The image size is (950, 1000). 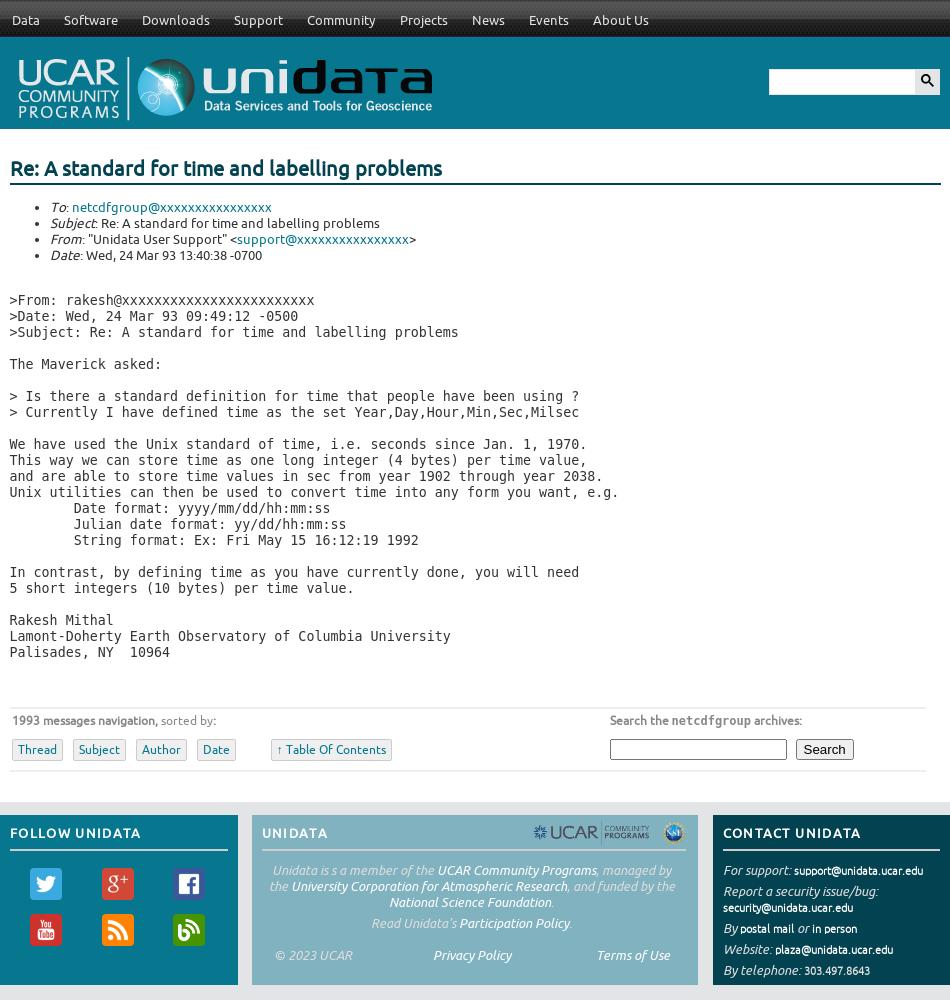 What do you see at coordinates (798, 890) in the screenshot?
I see `'Report a security issue/bug:'` at bounding box center [798, 890].